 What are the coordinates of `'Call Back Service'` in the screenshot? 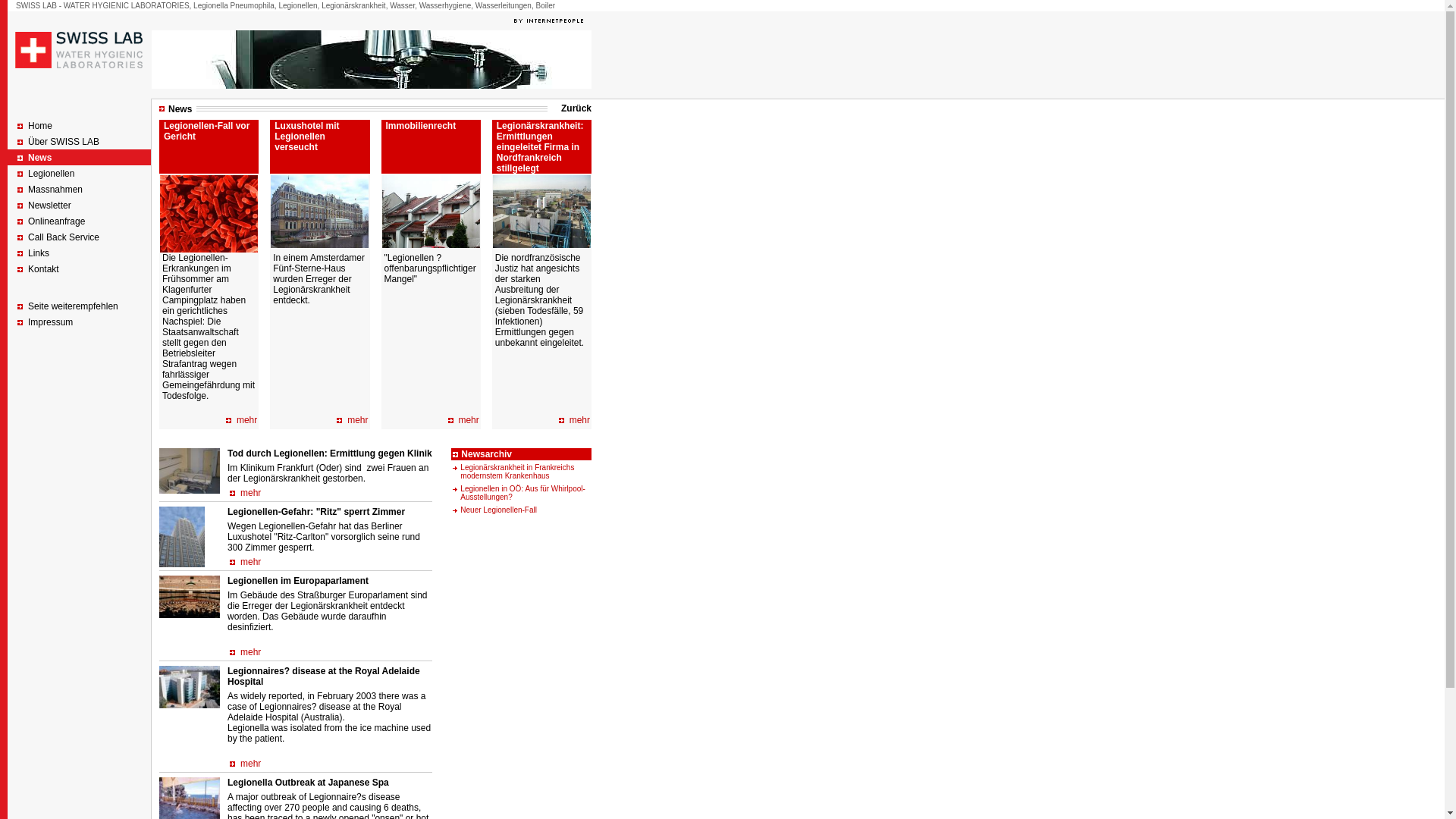 It's located at (62, 237).